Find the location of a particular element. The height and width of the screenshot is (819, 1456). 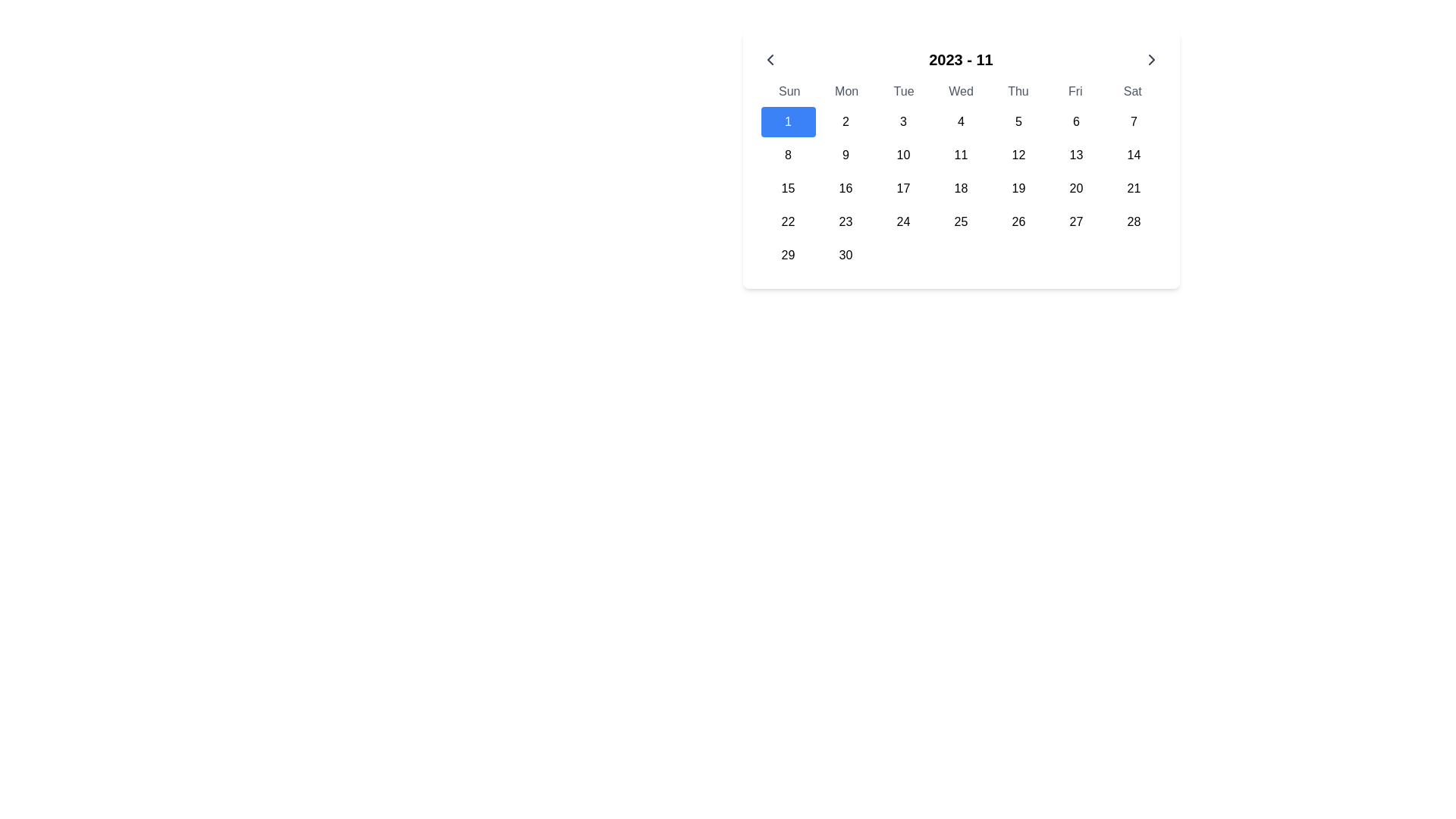

the selectable calendar day button representing the 5th day of the month is located at coordinates (1018, 121).